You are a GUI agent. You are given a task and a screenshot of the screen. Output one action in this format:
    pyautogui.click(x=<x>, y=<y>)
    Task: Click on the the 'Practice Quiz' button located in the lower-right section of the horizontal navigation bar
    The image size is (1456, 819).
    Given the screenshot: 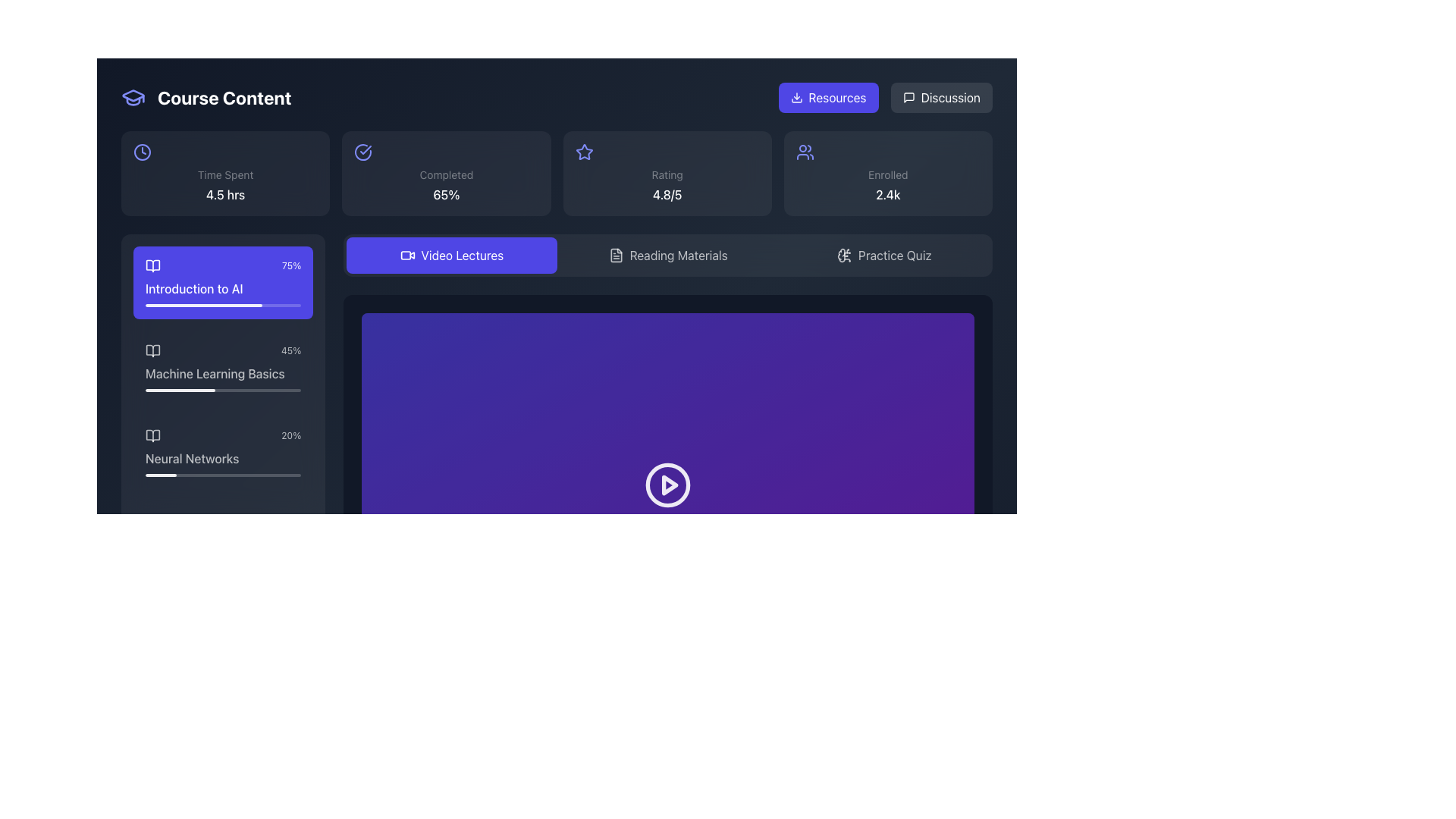 What is the action you would take?
    pyautogui.click(x=895, y=254)
    